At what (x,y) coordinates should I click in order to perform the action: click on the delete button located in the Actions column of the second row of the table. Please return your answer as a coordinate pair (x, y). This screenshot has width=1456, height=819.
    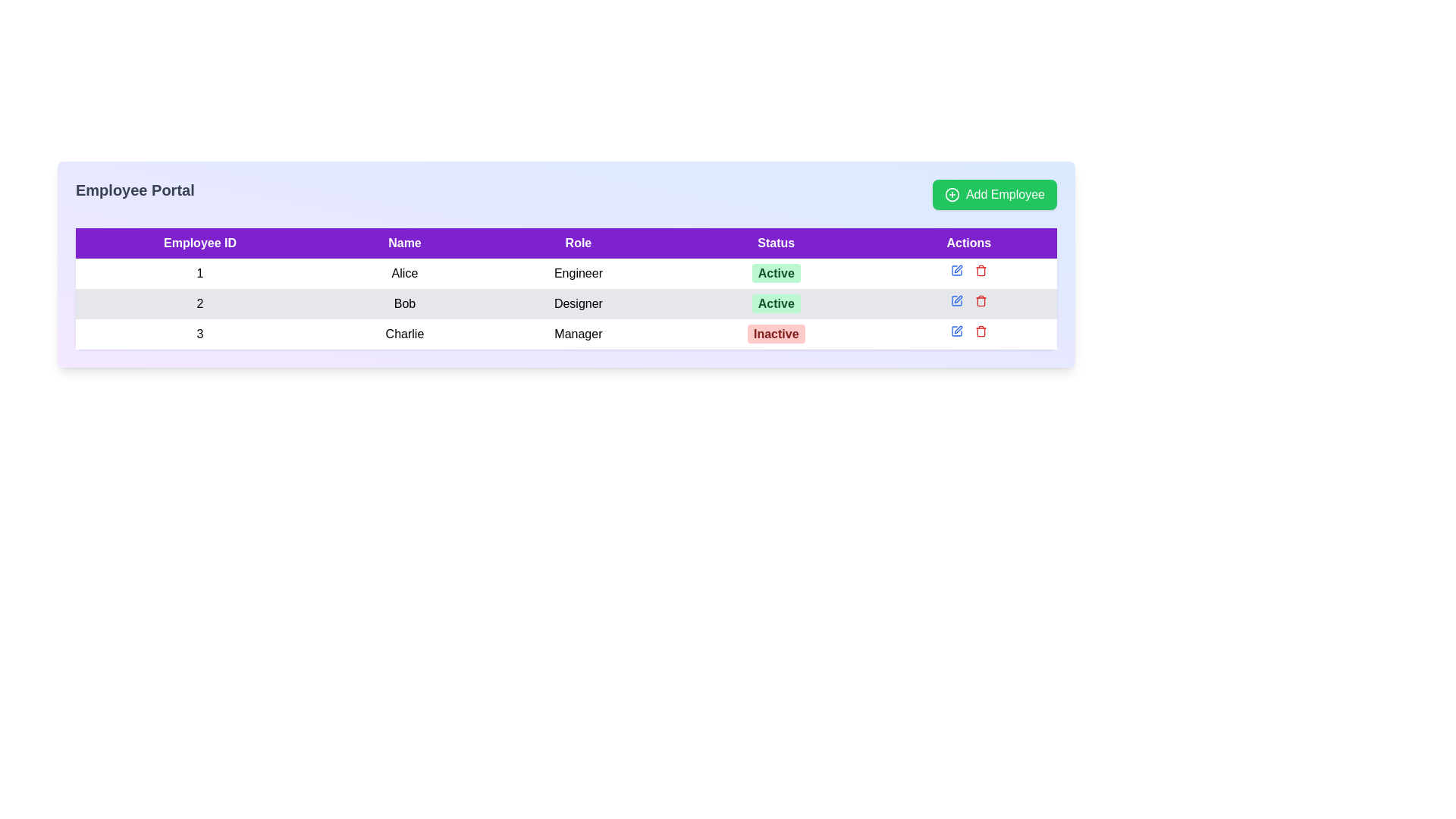
    Looking at the image, I should click on (981, 301).